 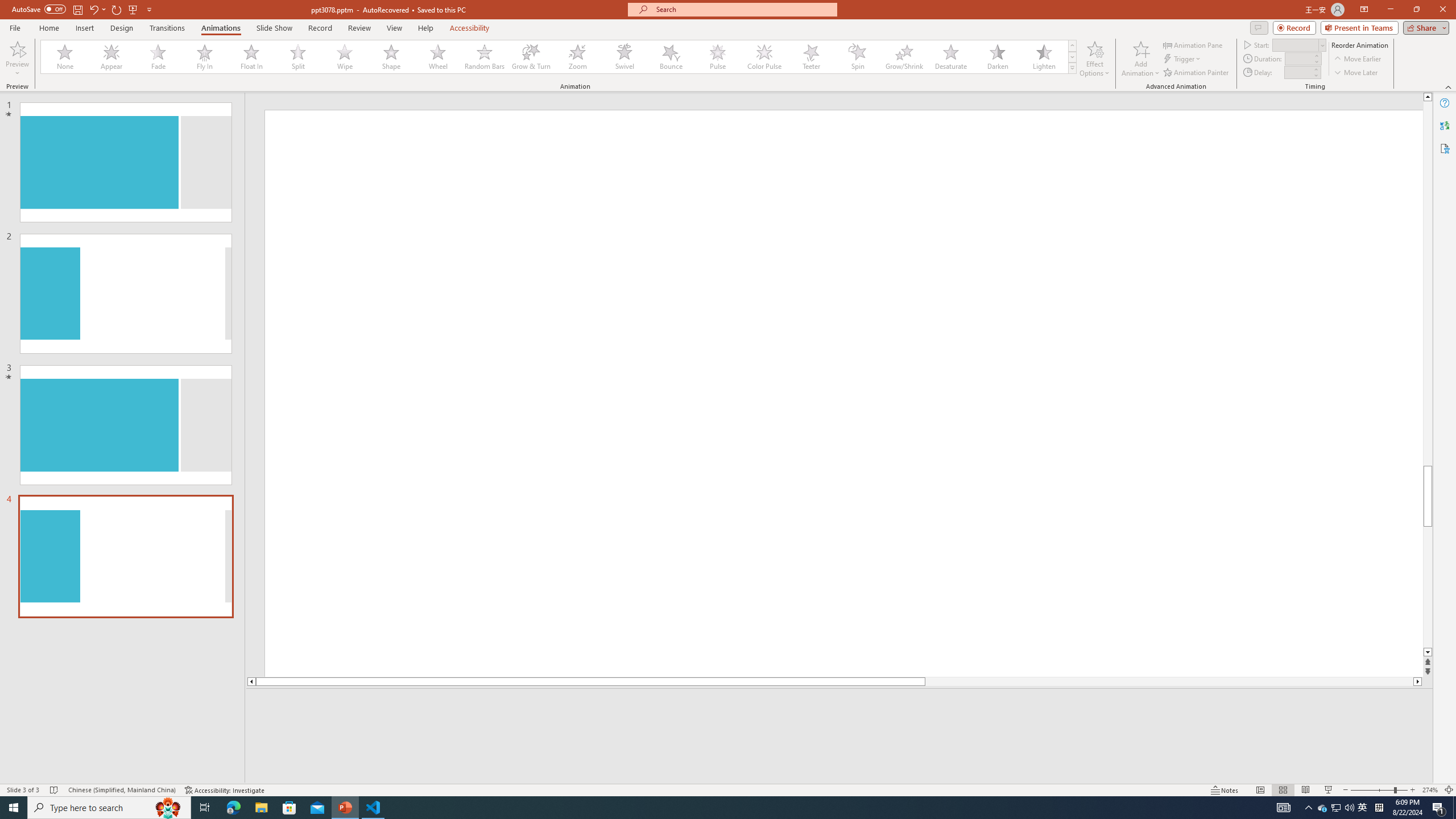 What do you see at coordinates (810, 56) in the screenshot?
I see `'Teeter'` at bounding box center [810, 56].